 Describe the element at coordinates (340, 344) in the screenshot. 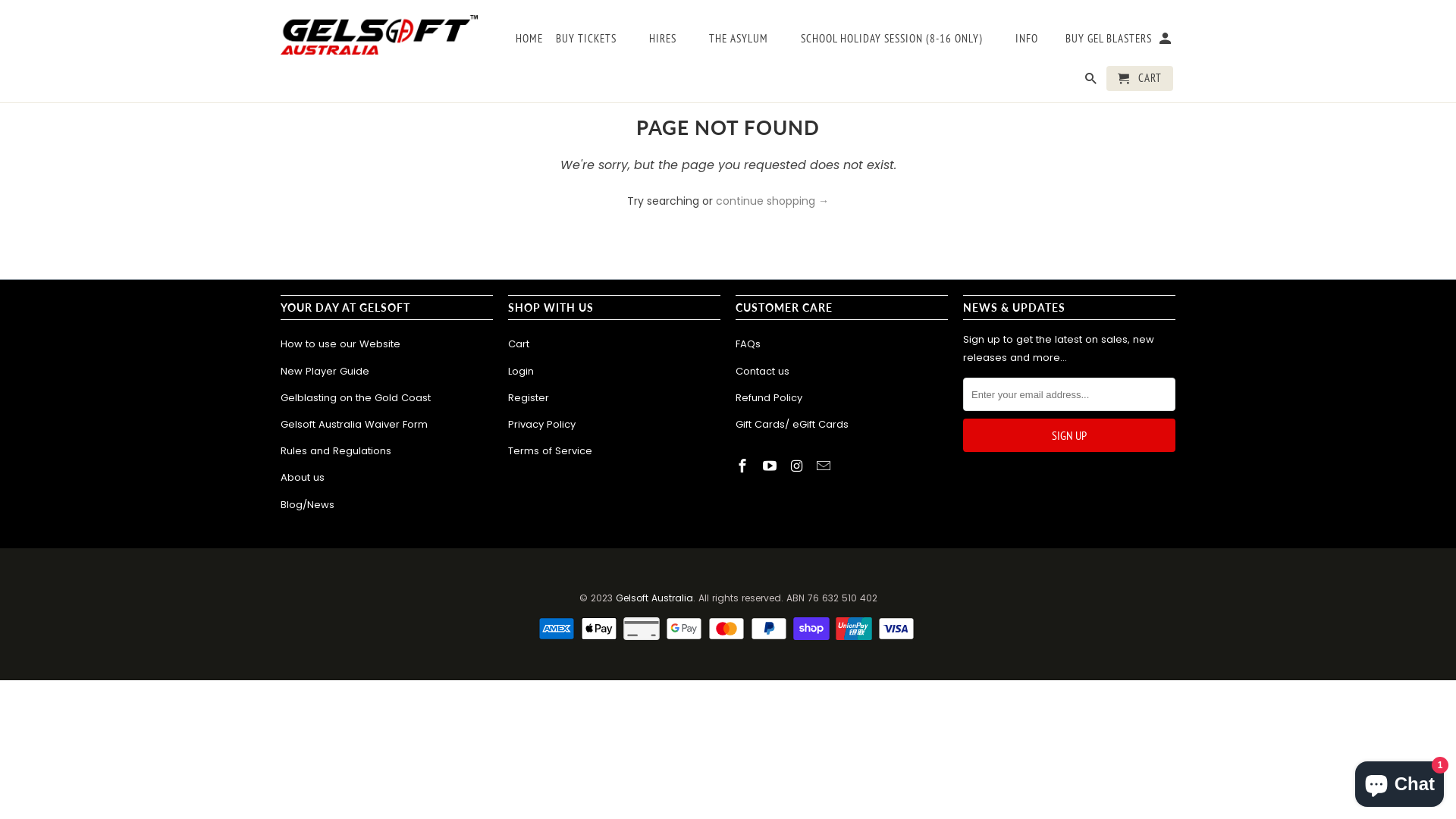

I see `'How to use our Website'` at that location.